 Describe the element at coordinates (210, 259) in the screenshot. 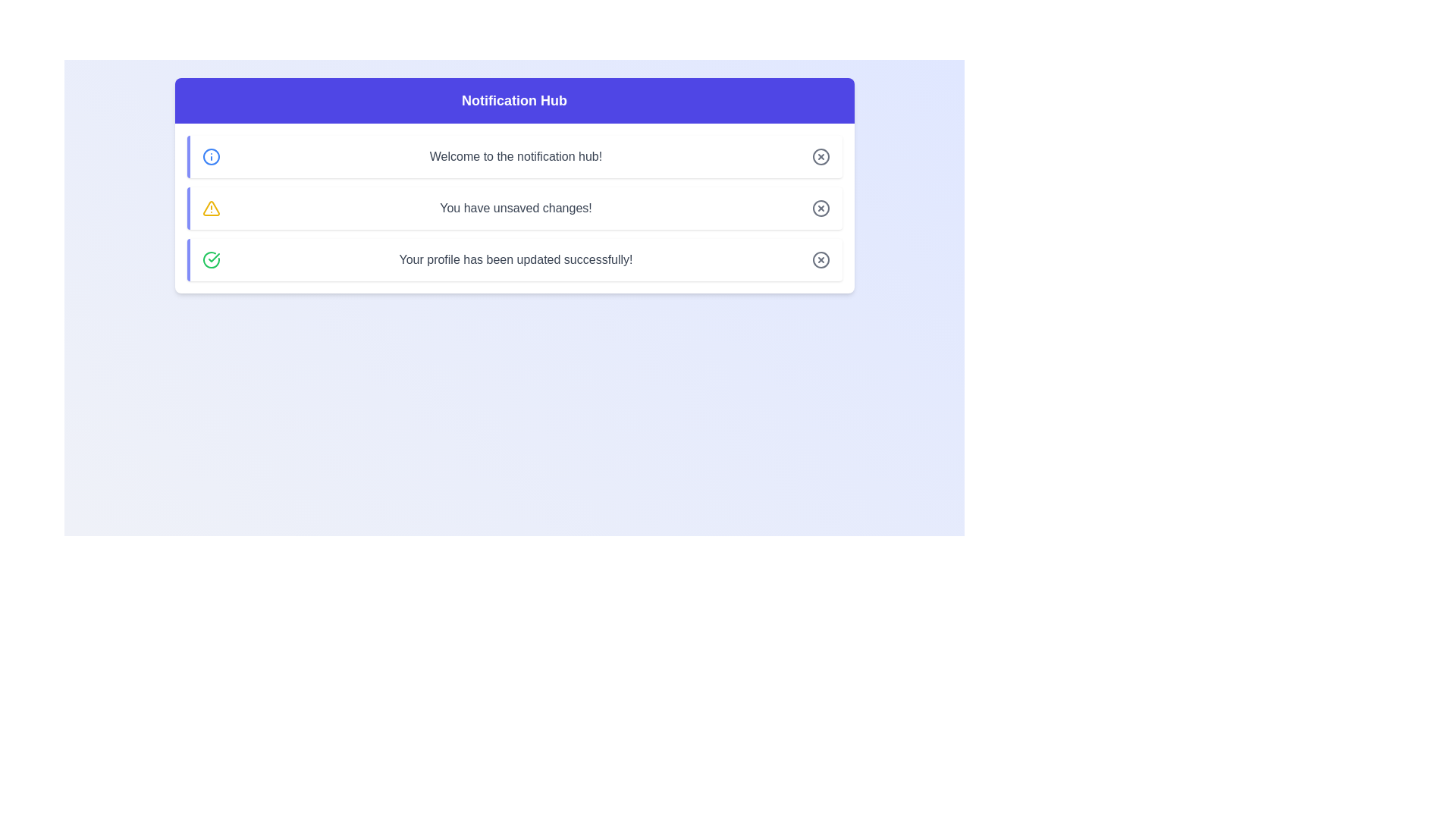

I see `the green check mark icon indicating success, located within the notification card stating 'Your profile has been updated successfully!'` at that location.